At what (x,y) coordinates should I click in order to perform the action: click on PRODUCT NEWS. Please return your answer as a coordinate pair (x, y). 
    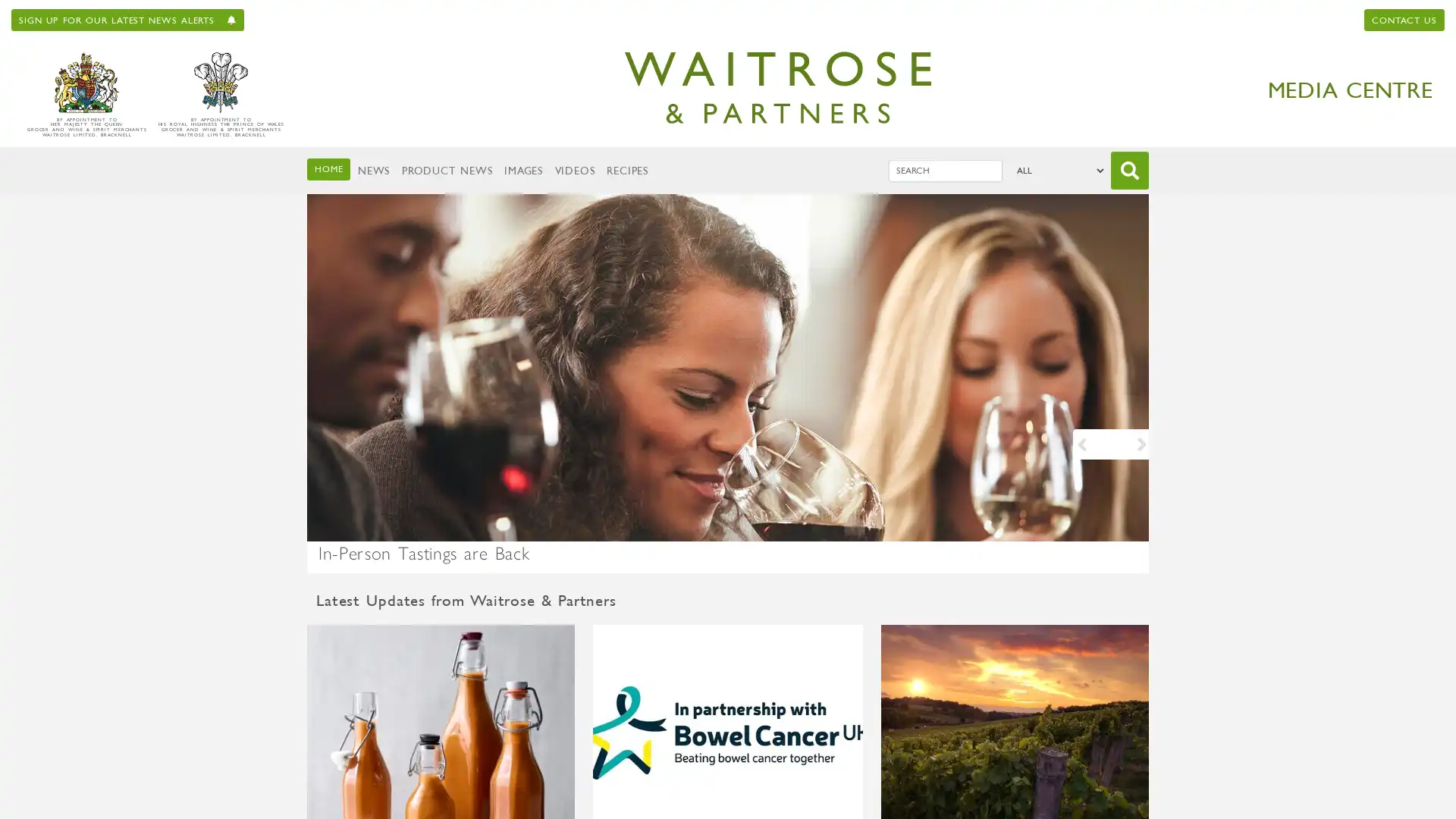
    Looking at the image, I should click on (446, 170).